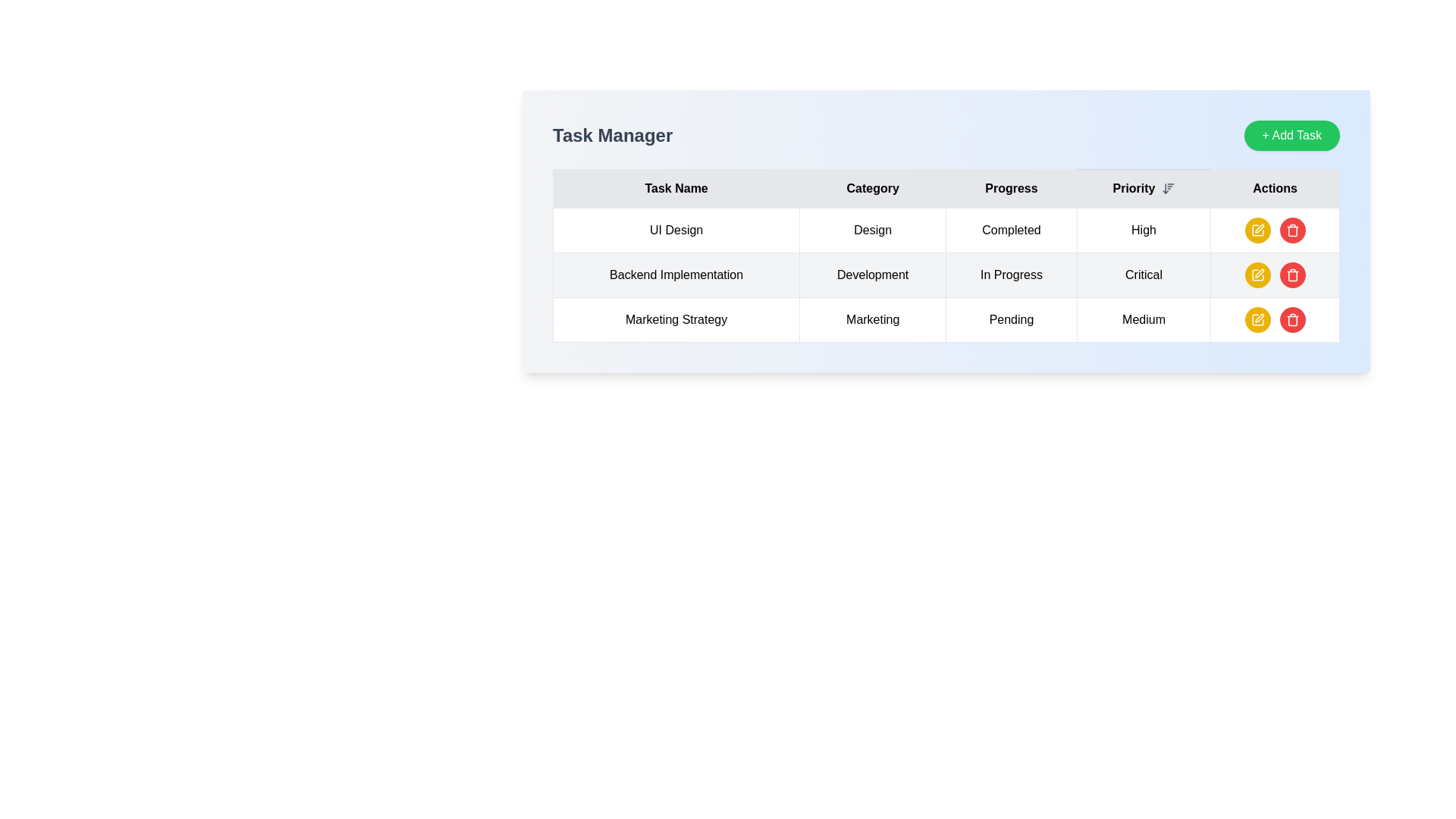 This screenshot has height=819, width=1456. Describe the element at coordinates (873, 318) in the screenshot. I see `the 'Marketing' text display cell in the second column of the table under the header Category, which corresponds to the task 'Marketing Strategy'` at that location.